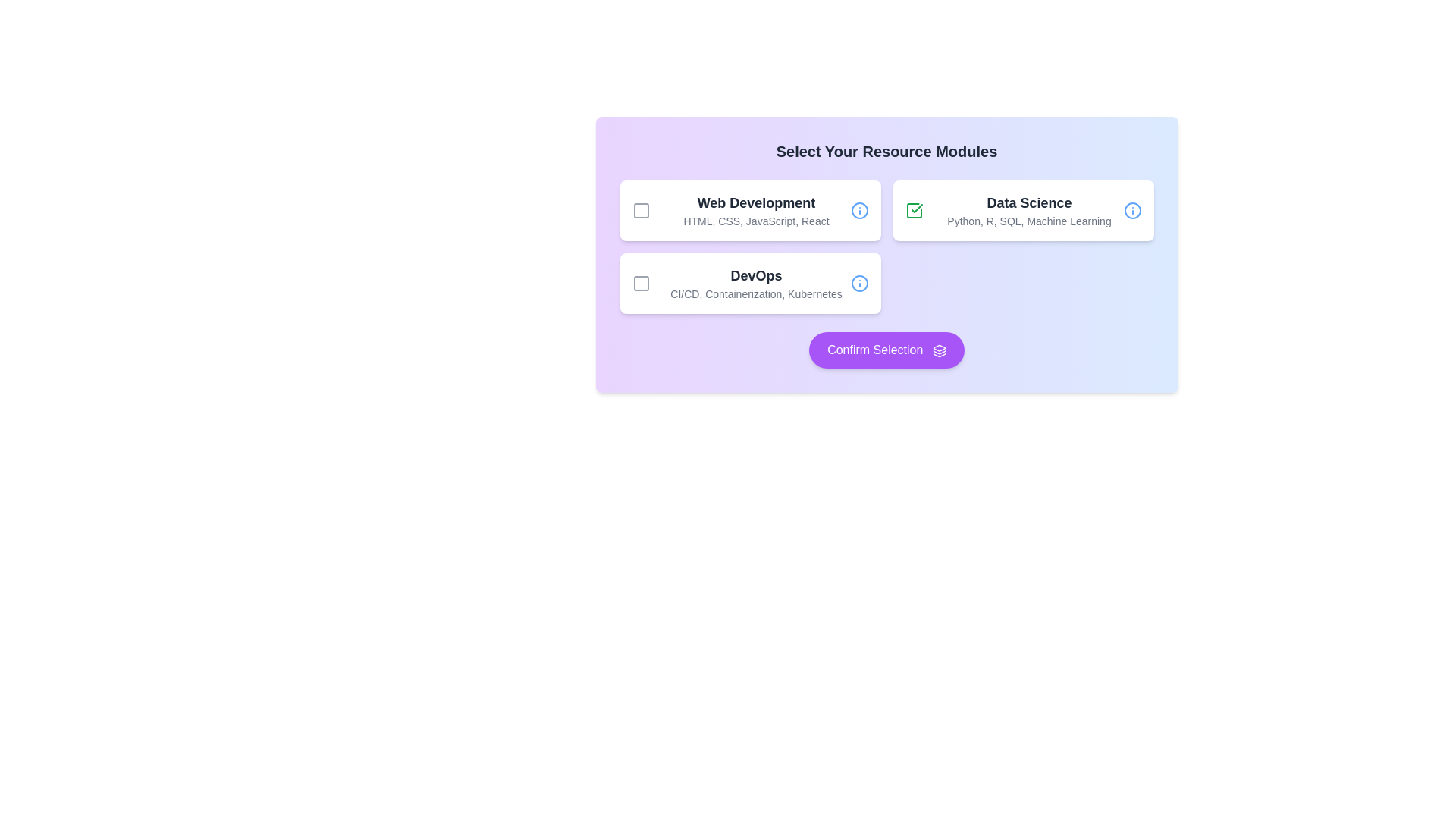 The image size is (1456, 819). I want to click on the blue circular informational icon with an 'i' located at the far right of the Web Development section card, so click(859, 210).